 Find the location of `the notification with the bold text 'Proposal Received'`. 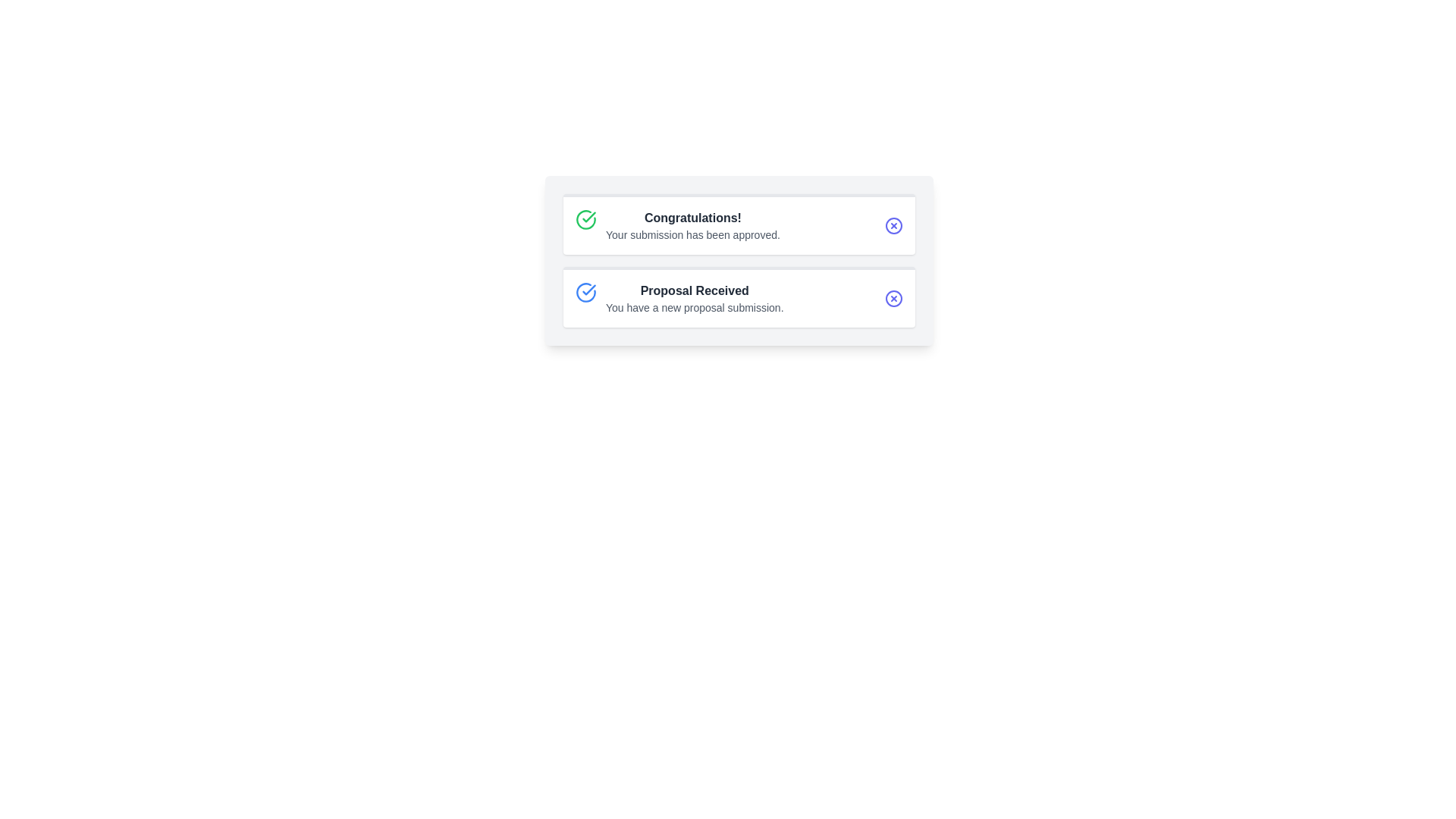

the notification with the bold text 'Proposal Received' is located at coordinates (739, 297).